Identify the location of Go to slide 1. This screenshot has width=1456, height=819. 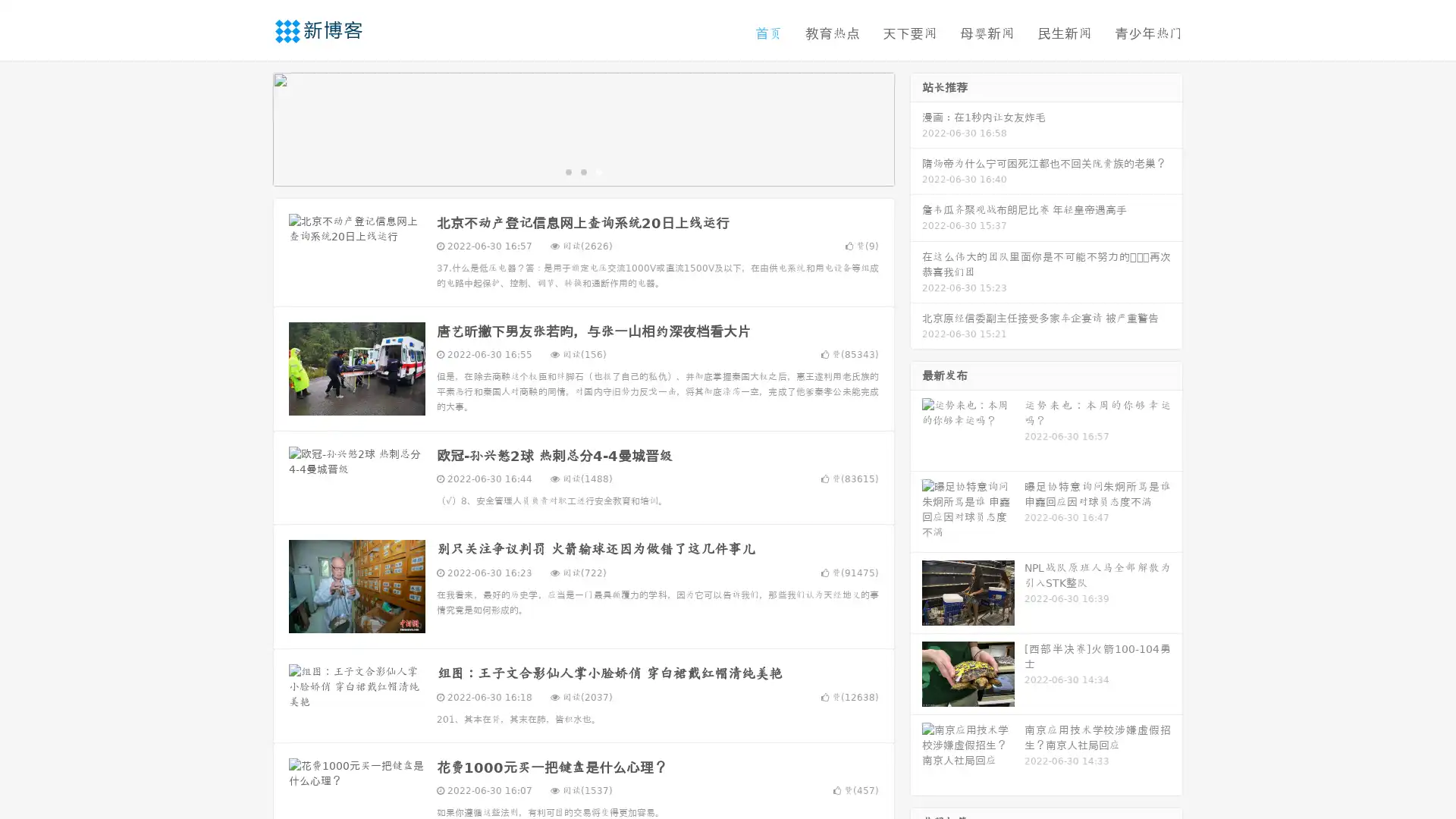
(567, 171).